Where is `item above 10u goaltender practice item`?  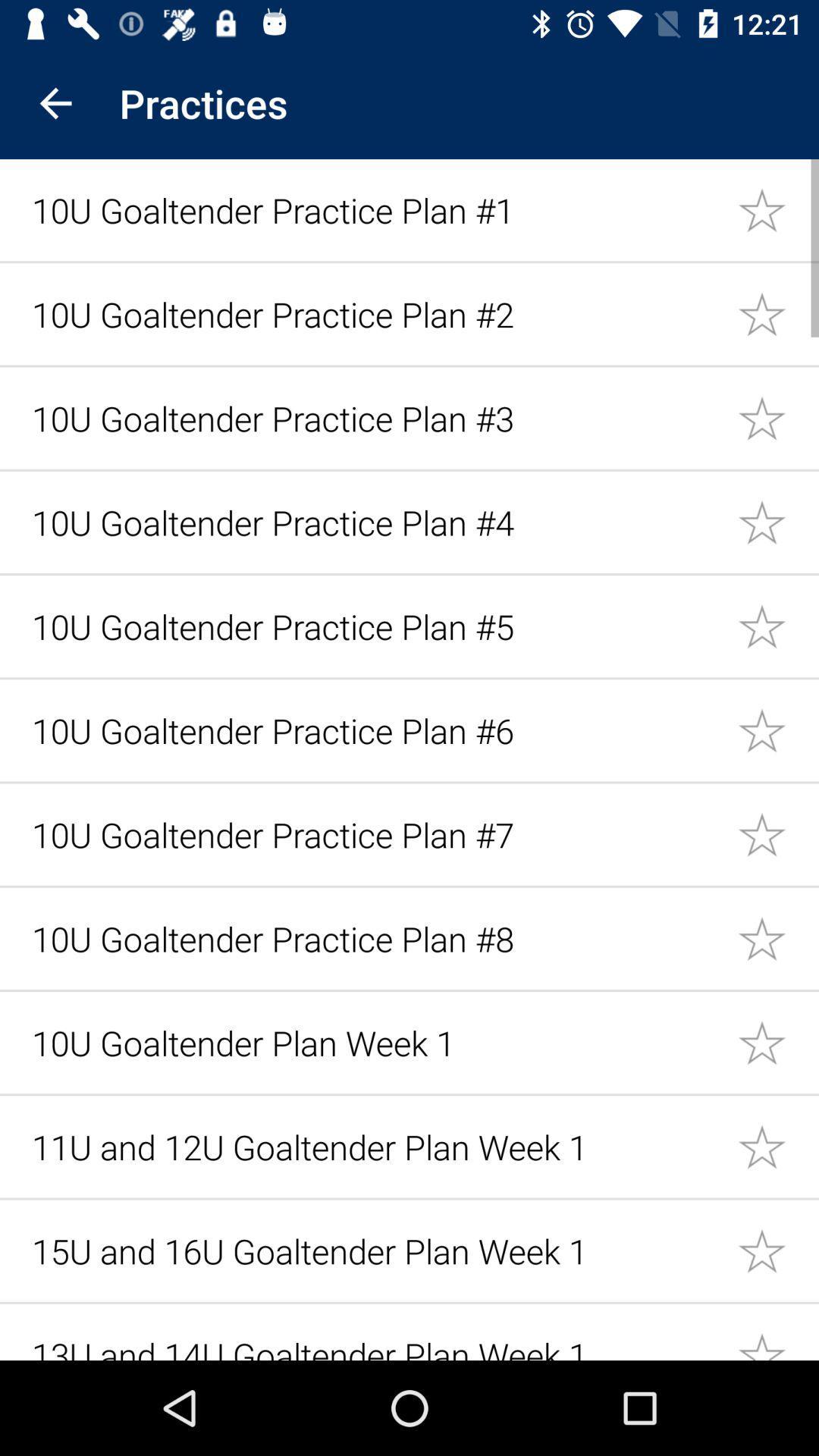 item above 10u goaltender practice item is located at coordinates (55, 102).